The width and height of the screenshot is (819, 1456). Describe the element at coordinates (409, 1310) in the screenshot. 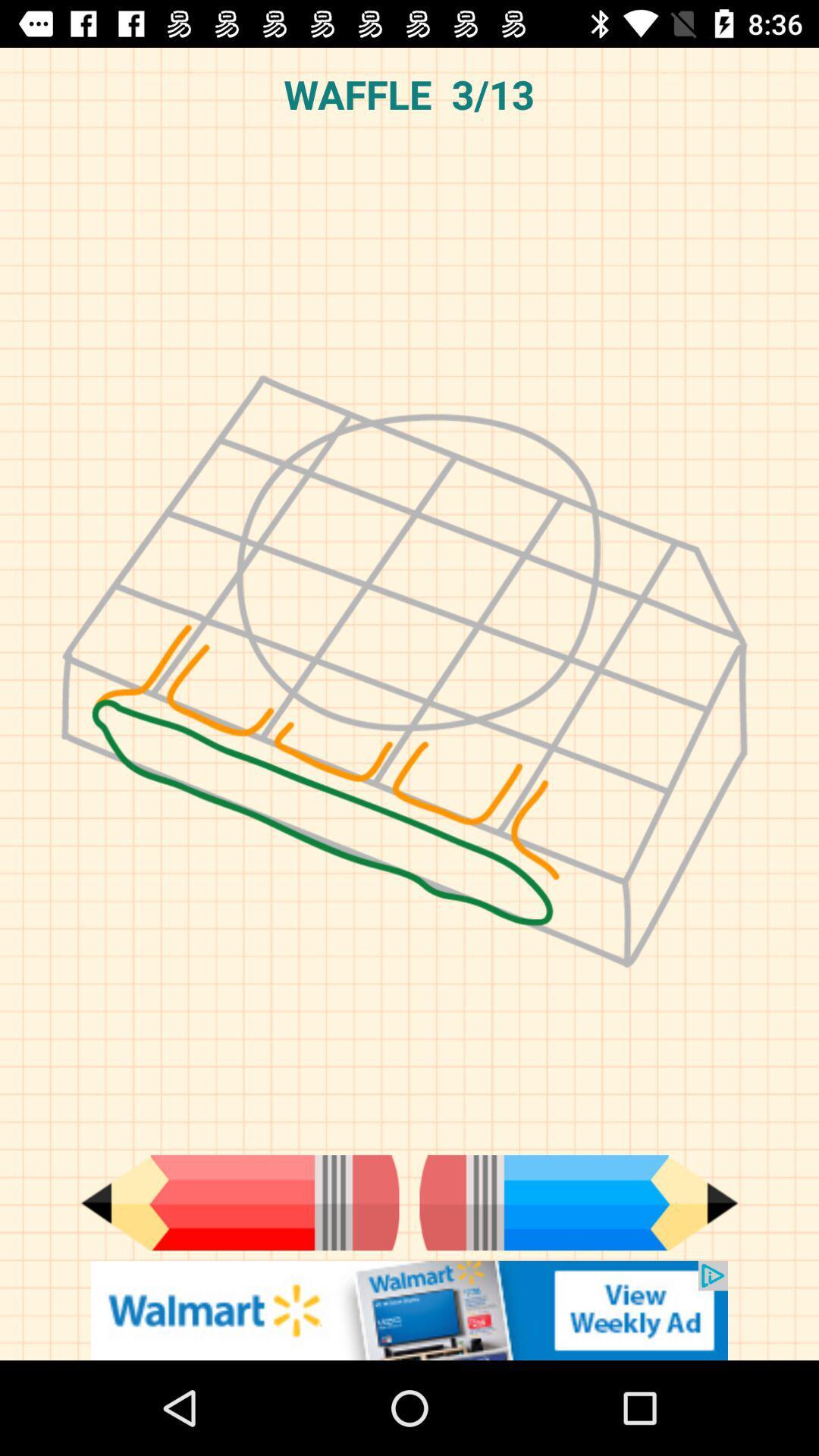

I see `walmart option` at that location.